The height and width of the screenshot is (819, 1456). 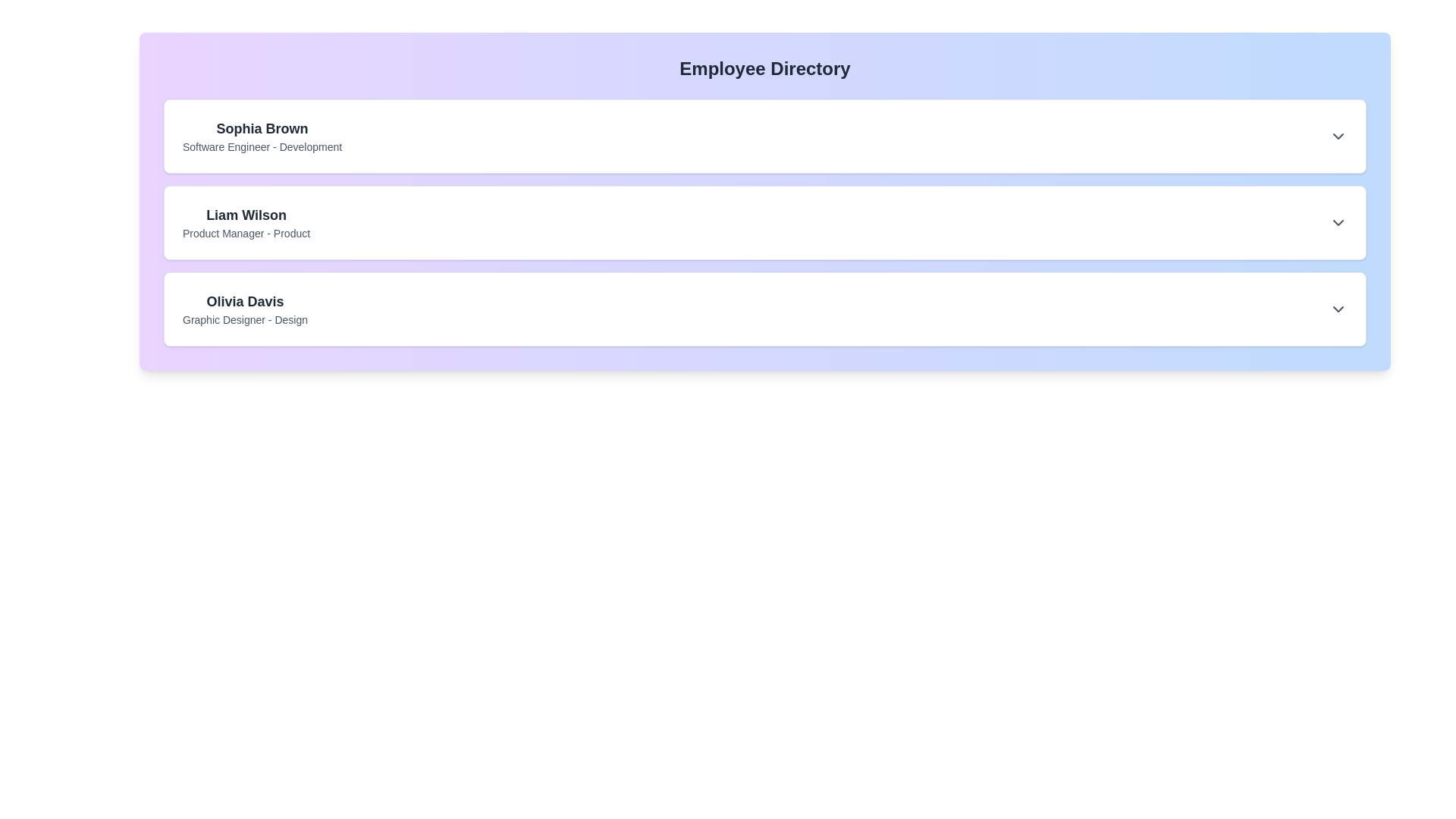 What do you see at coordinates (1338, 136) in the screenshot?
I see `the button located at the top-right corner of the card titled 'Sophia Brown Software Engineer - Development'` at bounding box center [1338, 136].